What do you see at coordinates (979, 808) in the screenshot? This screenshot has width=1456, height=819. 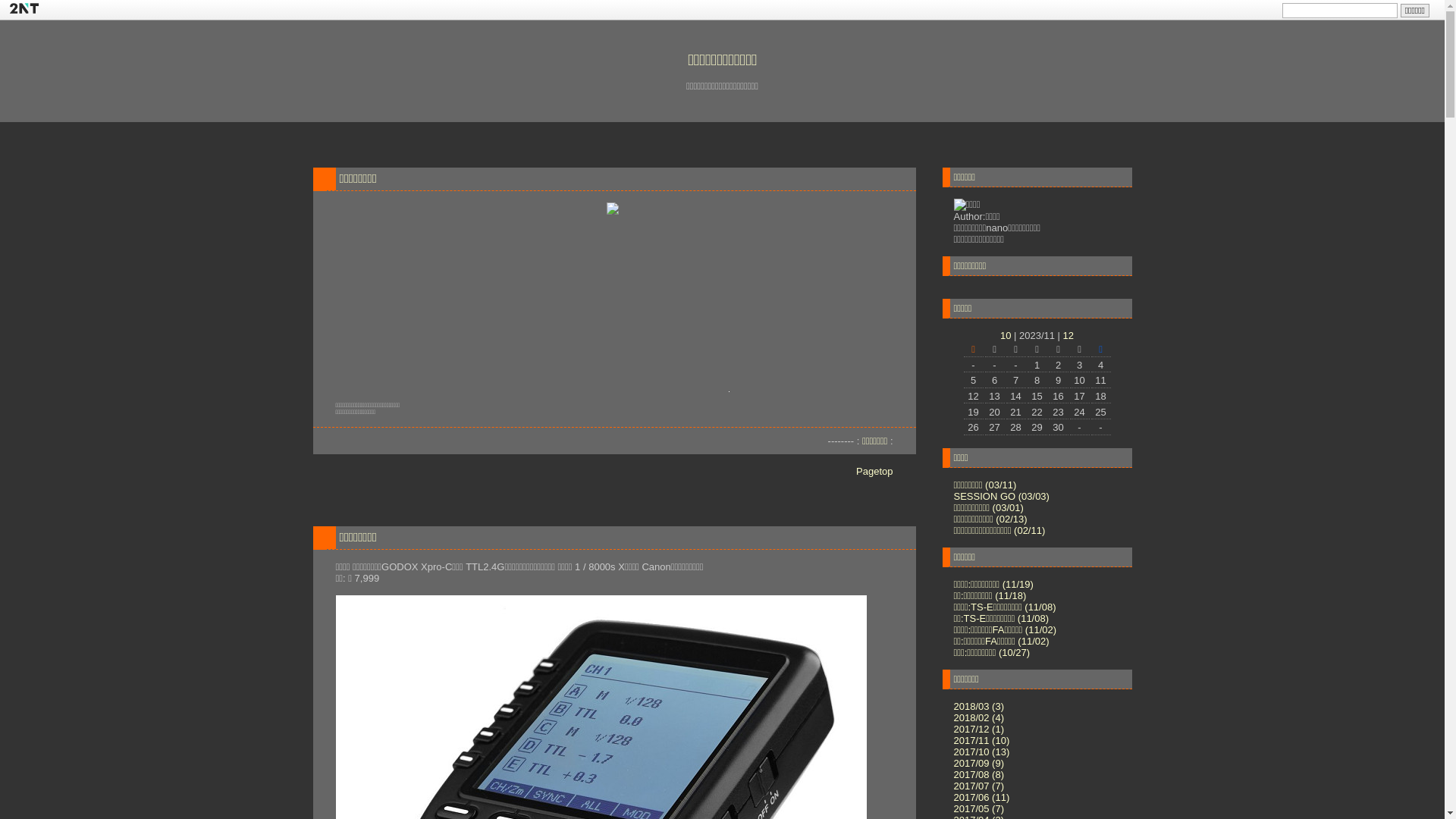 I see `'2017/05 (7)'` at bounding box center [979, 808].